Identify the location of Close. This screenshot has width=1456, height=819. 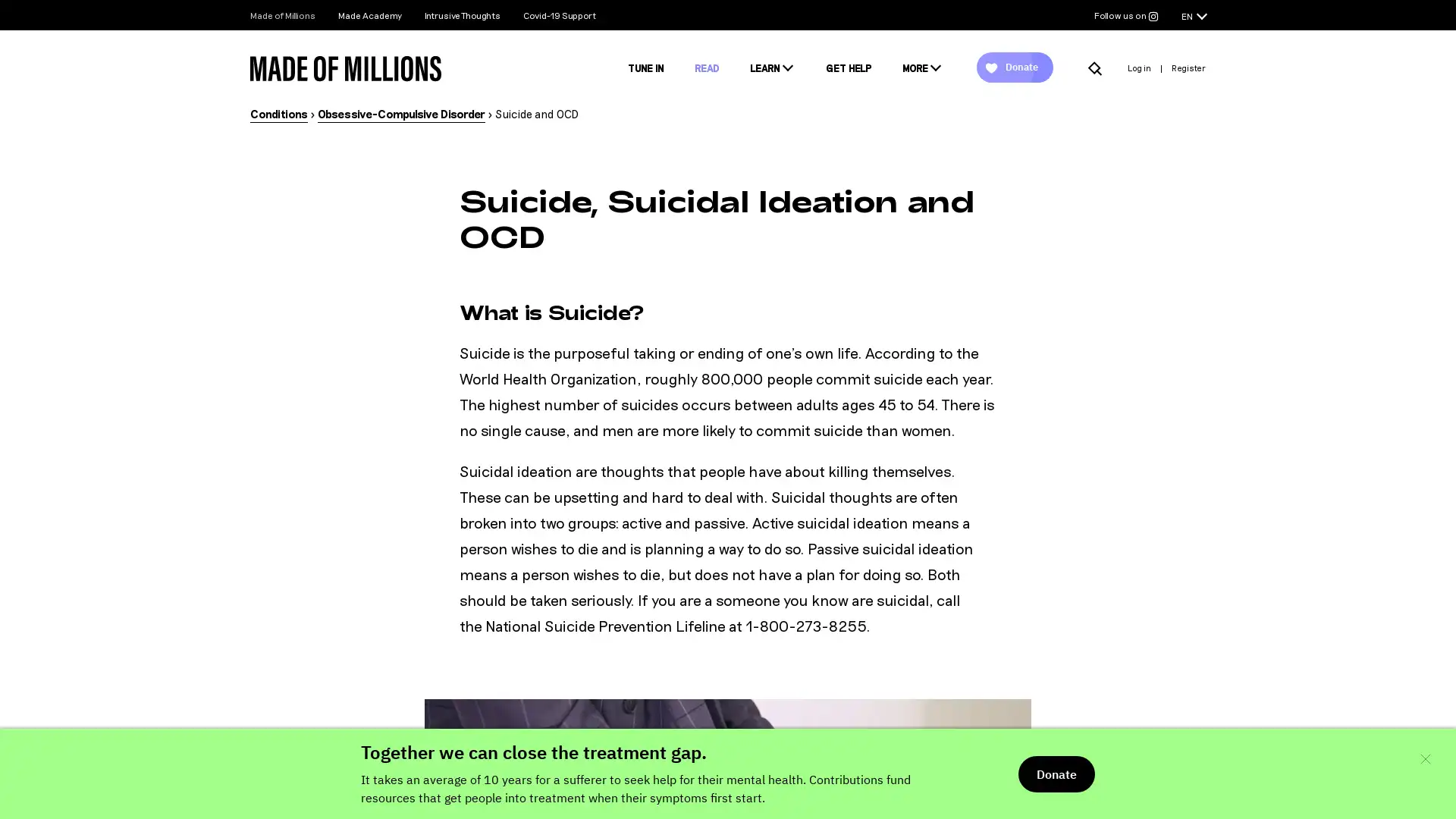
(979, 142).